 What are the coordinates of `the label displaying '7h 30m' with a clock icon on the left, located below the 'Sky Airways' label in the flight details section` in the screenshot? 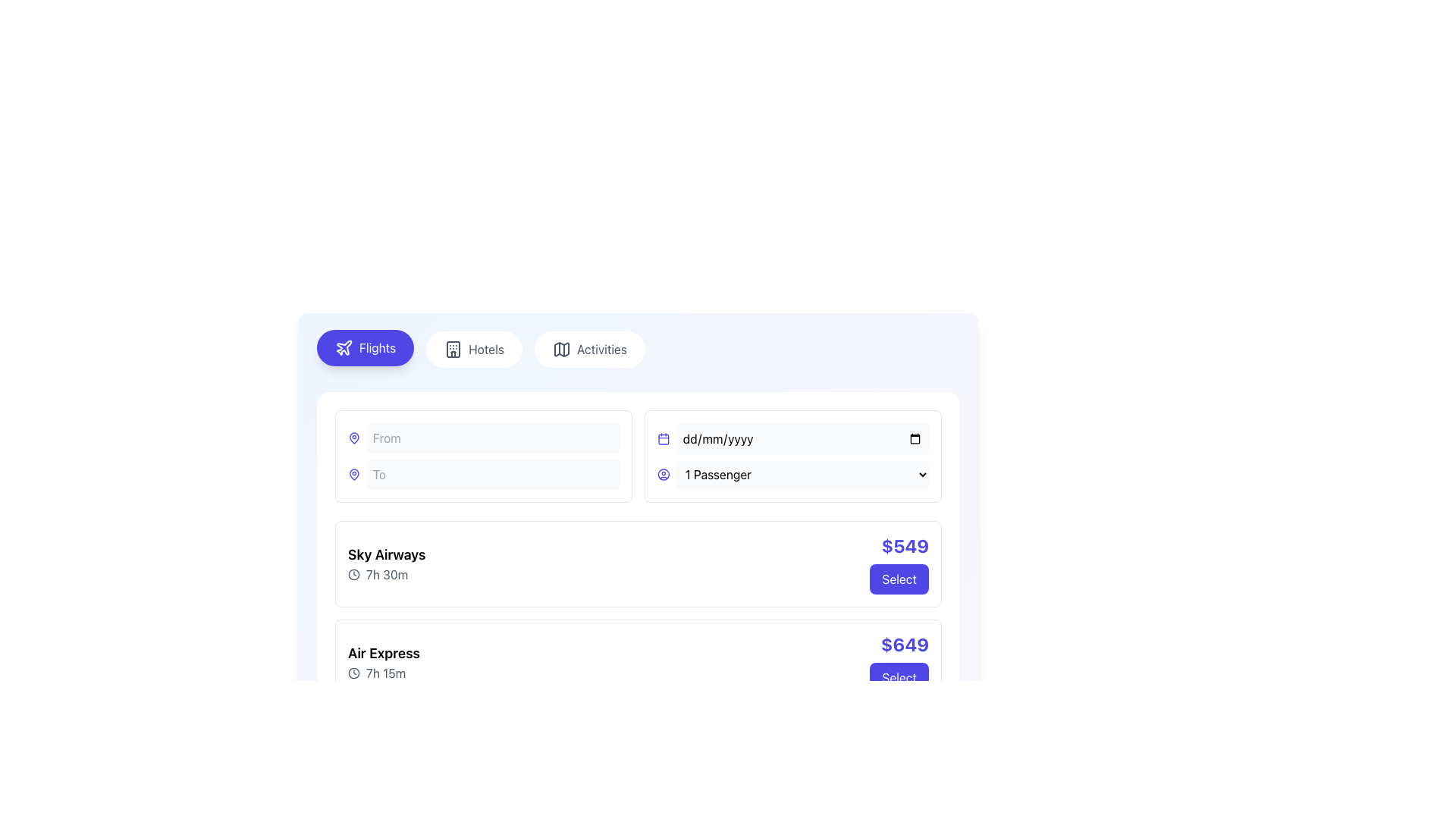 It's located at (387, 575).